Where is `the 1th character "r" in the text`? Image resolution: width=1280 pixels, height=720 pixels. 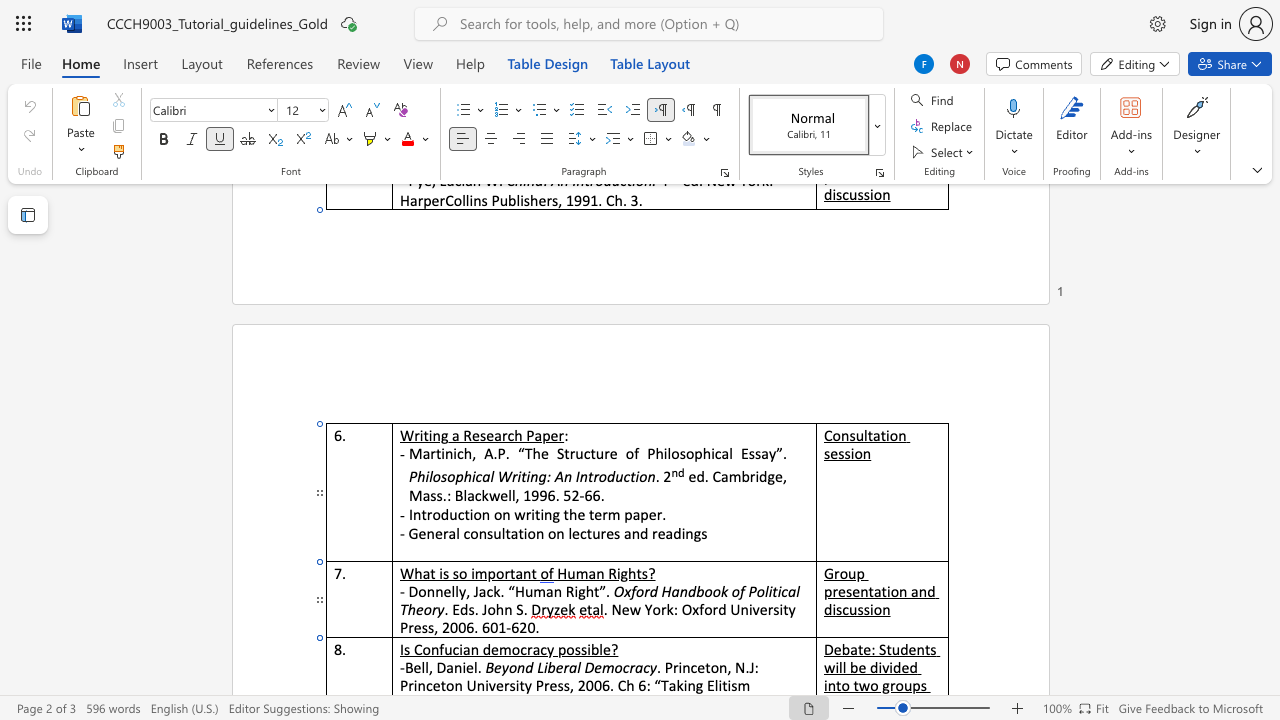
the 1th character "r" in the text is located at coordinates (565, 667).